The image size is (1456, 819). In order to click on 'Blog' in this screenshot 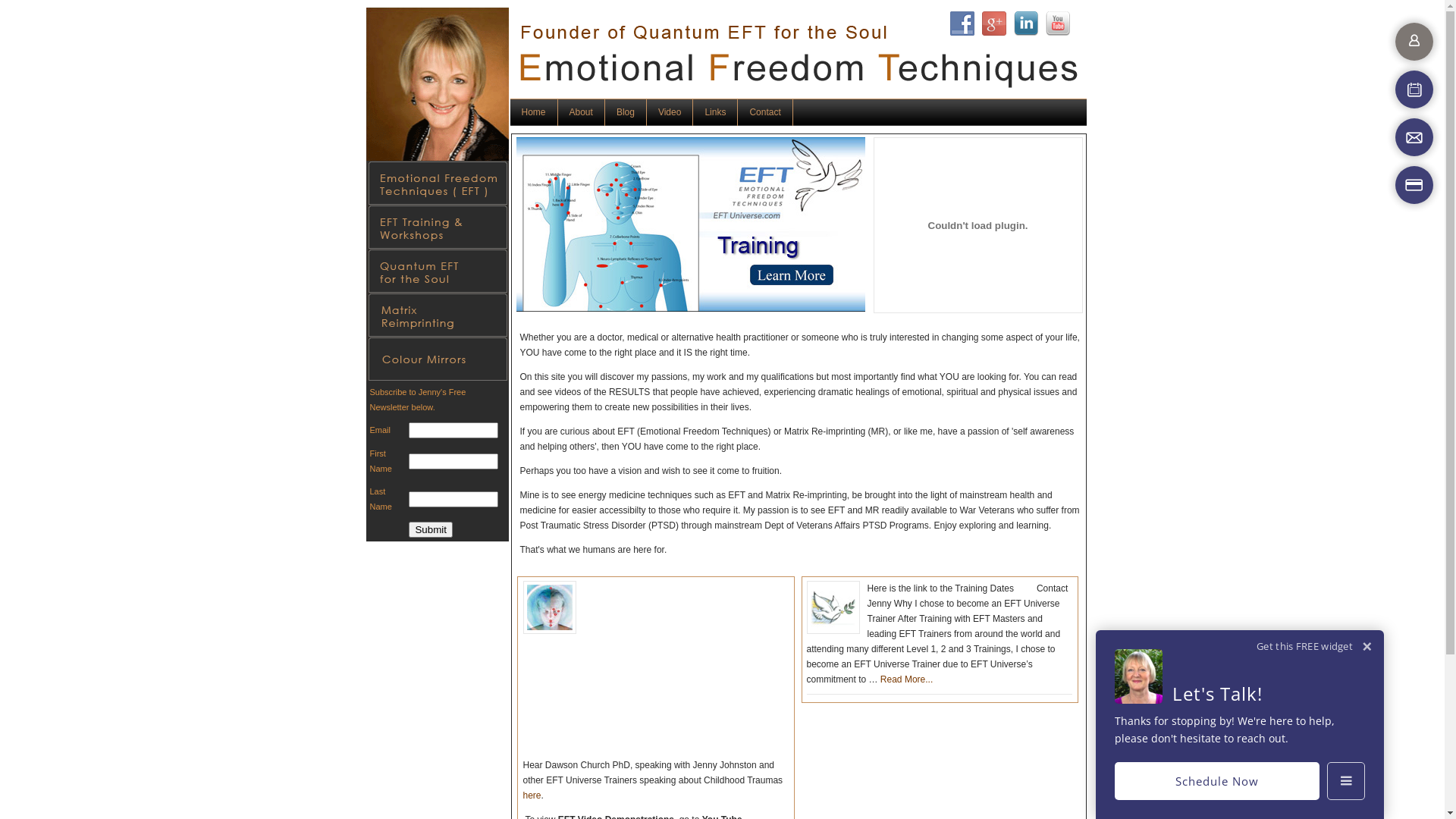, I will do `click(626, 111)`.